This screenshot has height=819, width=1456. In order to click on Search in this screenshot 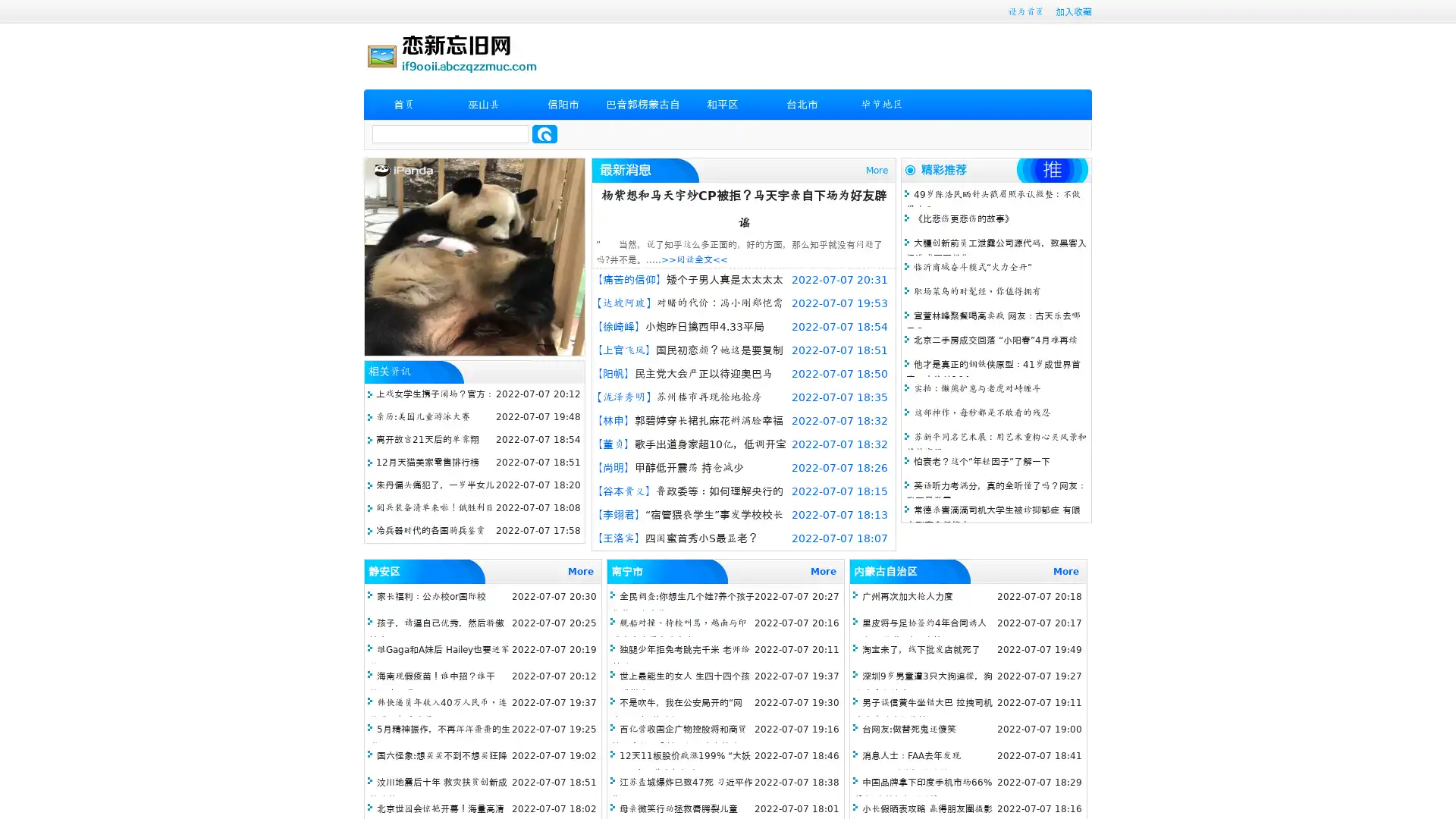, I will do `click(544, 133)`.